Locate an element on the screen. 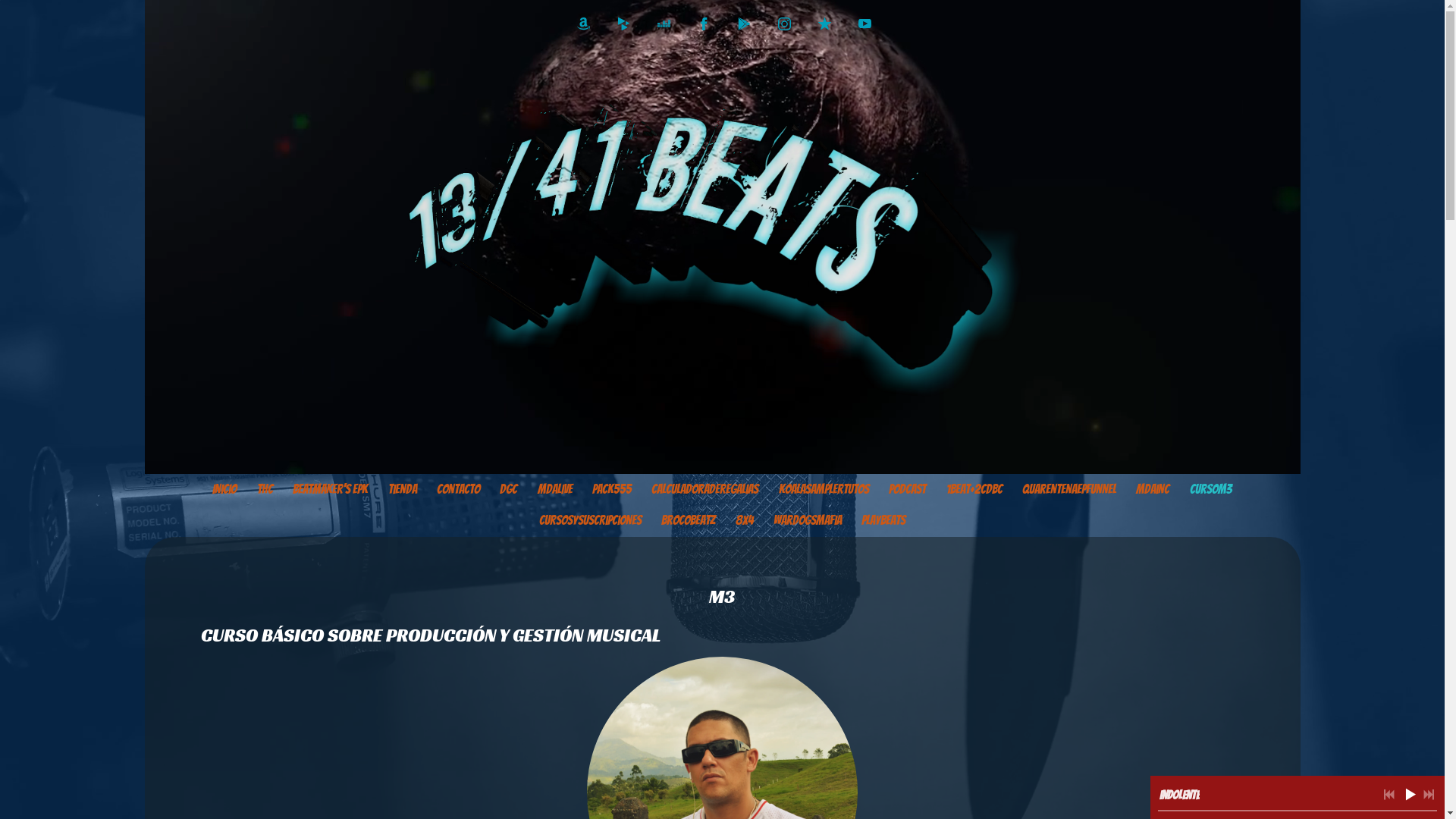 The height and width of the screenshot is (819, 1456). 'thc' is located at coordinates (265, 489).